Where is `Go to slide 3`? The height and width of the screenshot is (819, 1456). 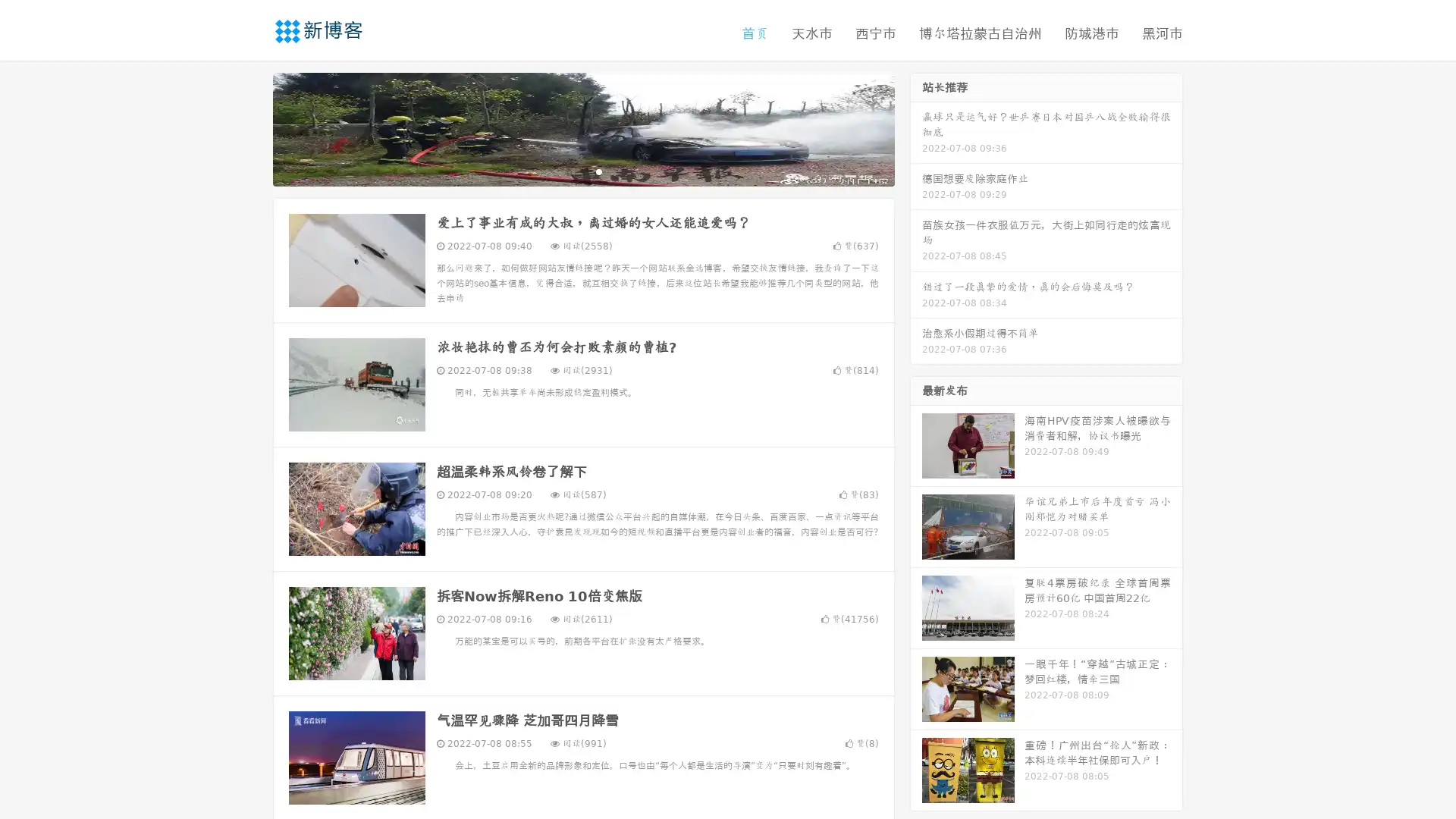
Go to slide 3 is located at coordinates (598, 171).